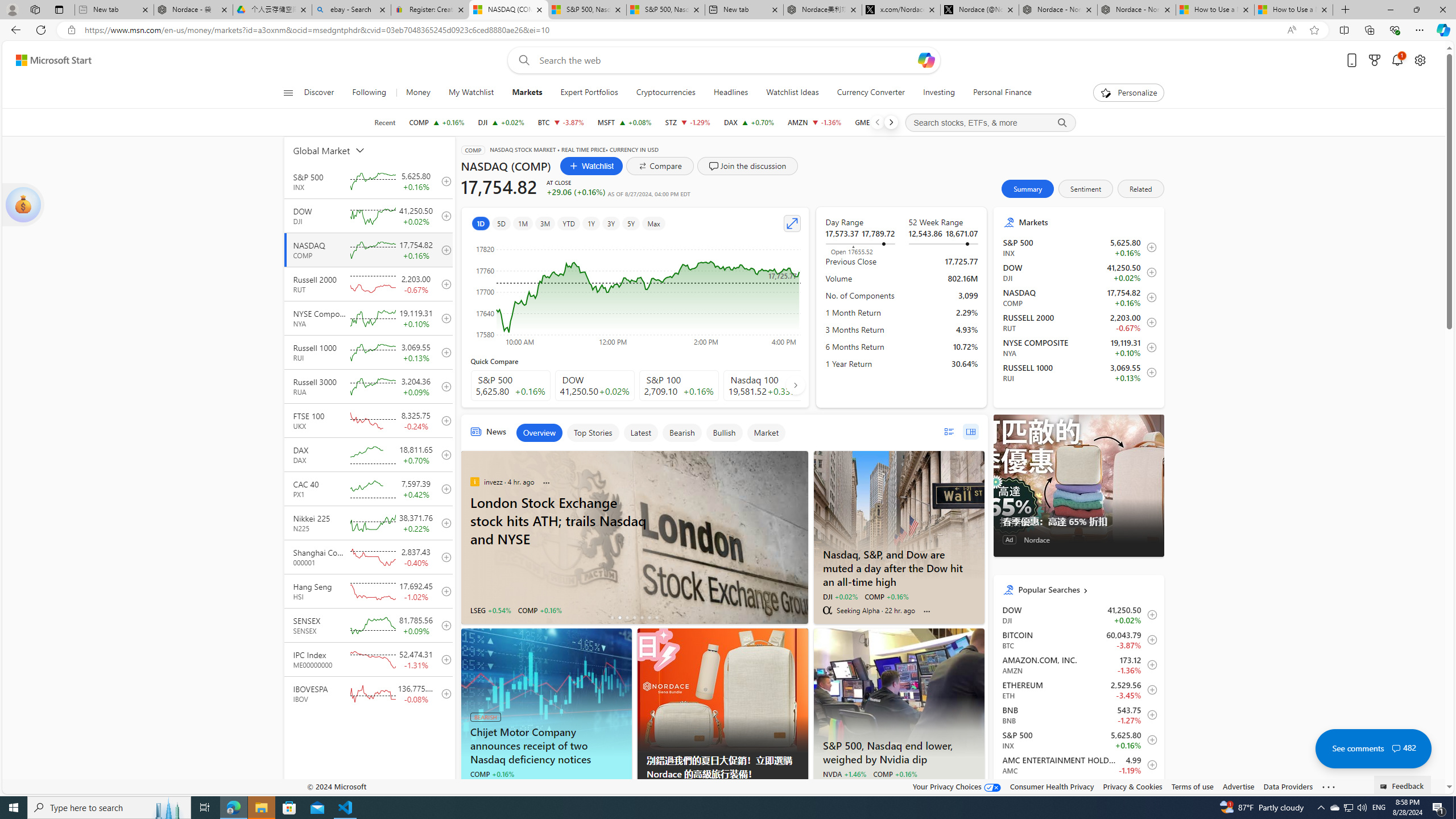  I want to click on 'ADA Cardano decrease 0.36 -0.00 -1.27% itemundefined', so click(1078, 789).